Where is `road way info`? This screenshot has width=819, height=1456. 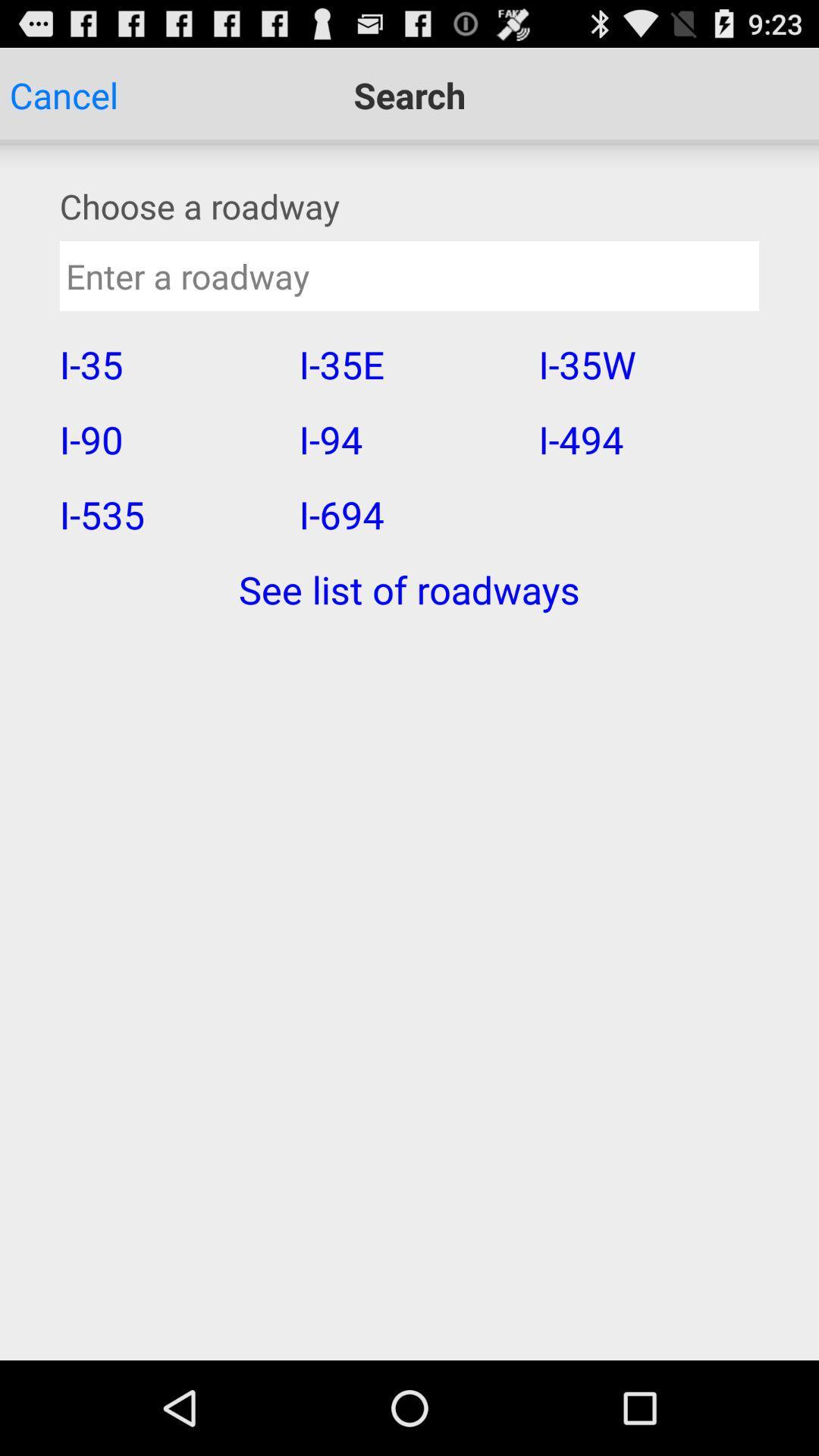 road way info is located at coordinates (409, 276).